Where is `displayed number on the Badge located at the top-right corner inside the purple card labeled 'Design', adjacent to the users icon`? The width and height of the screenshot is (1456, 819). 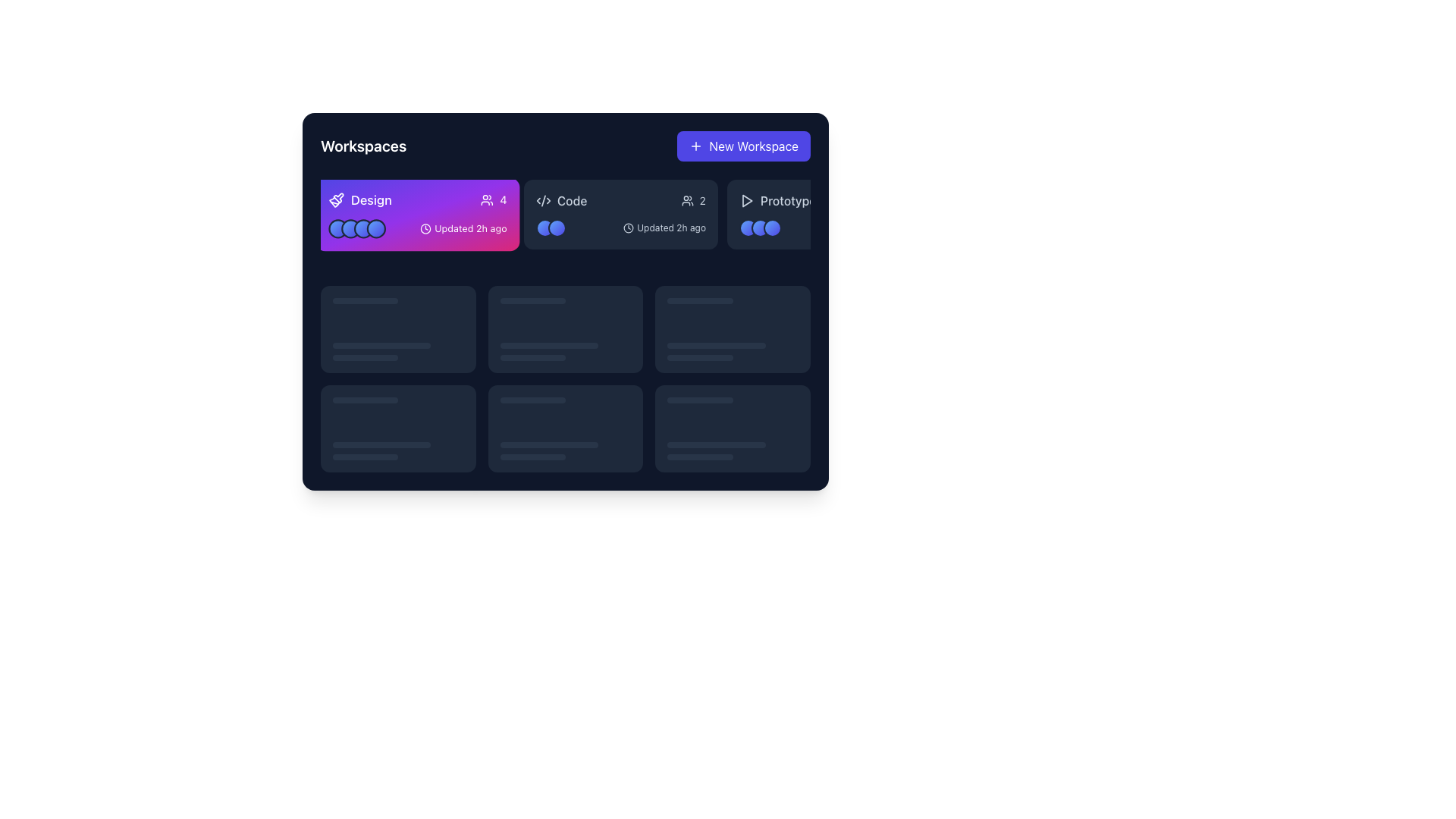 displayed number on the Badge located at the top-right corner inside the purple card labeled 'Design', adjacent to the users icon is located at coordinates (494, 199).